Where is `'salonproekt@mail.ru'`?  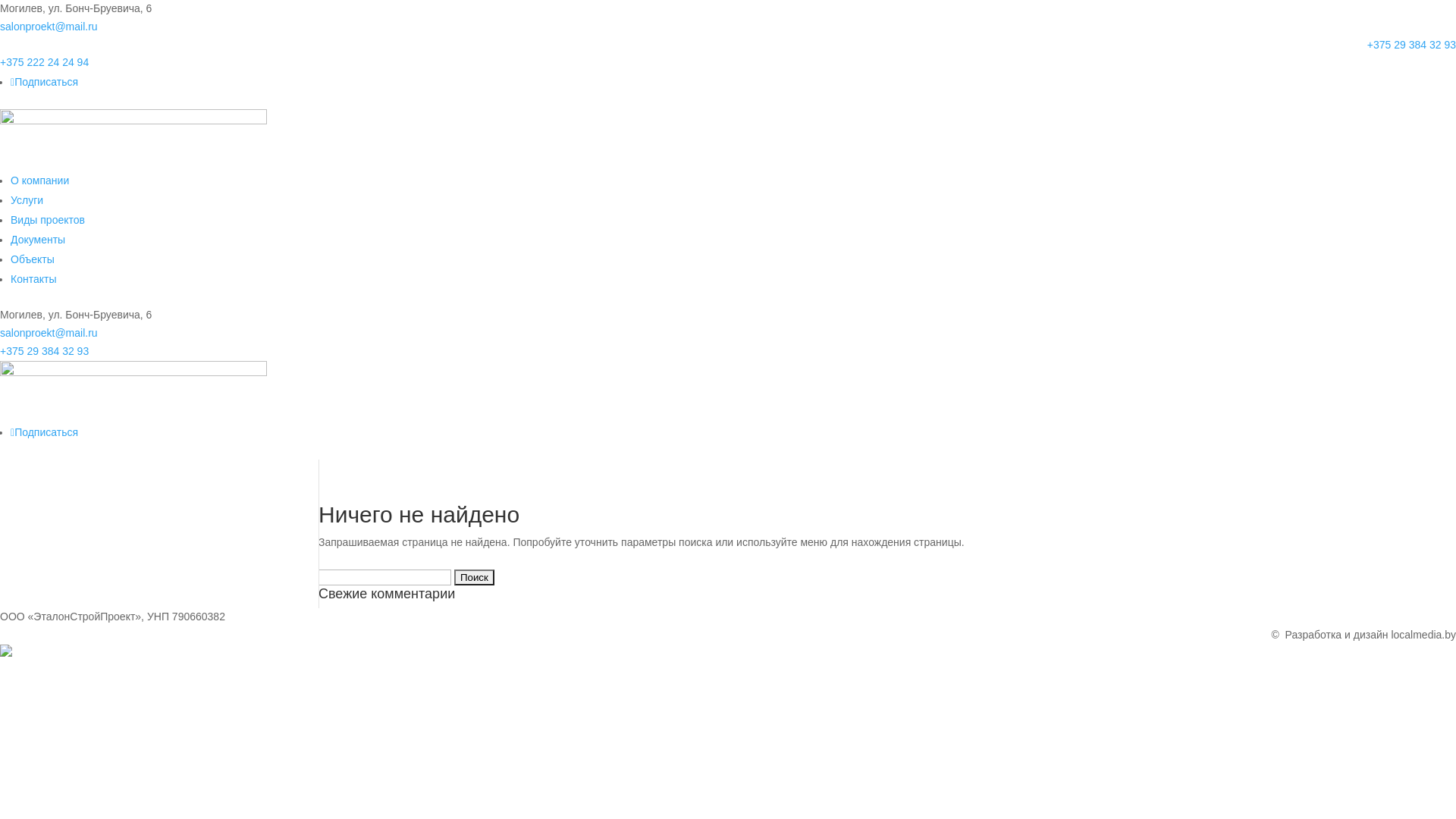 'salonproekt@mail.ru' is located at coordinates (49, 332).